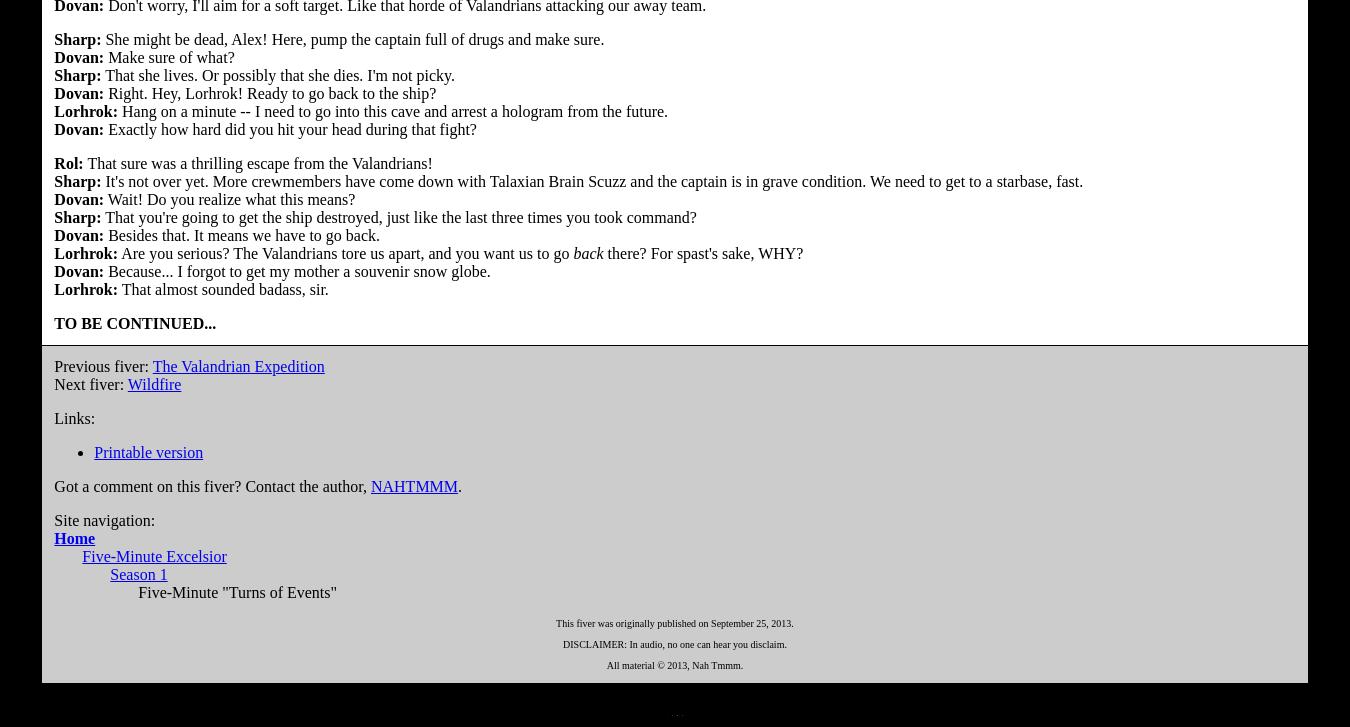  Describe the element at coordinates (241, 234) in the screenshot. I see `'Besides that. It means we have to go back.'` at that location.